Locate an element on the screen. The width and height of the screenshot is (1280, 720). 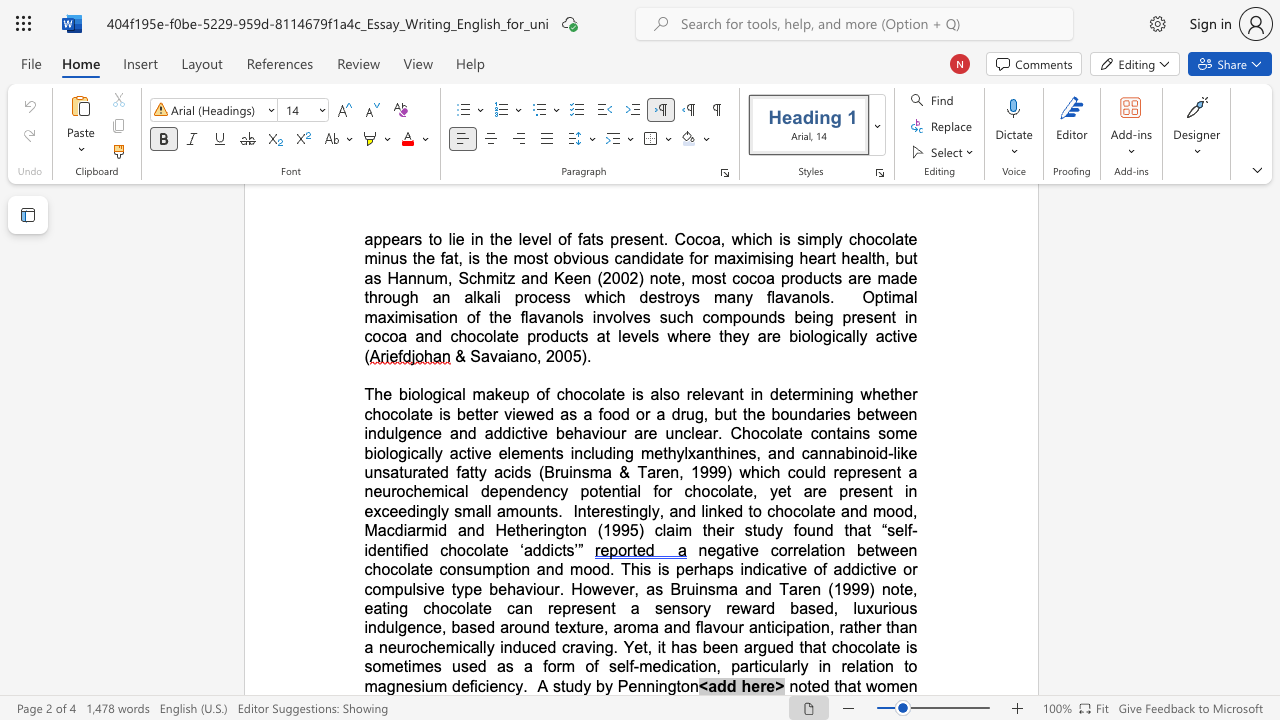
the subset text "her" within the text "<add here>" is located at coordinates (740, 685).